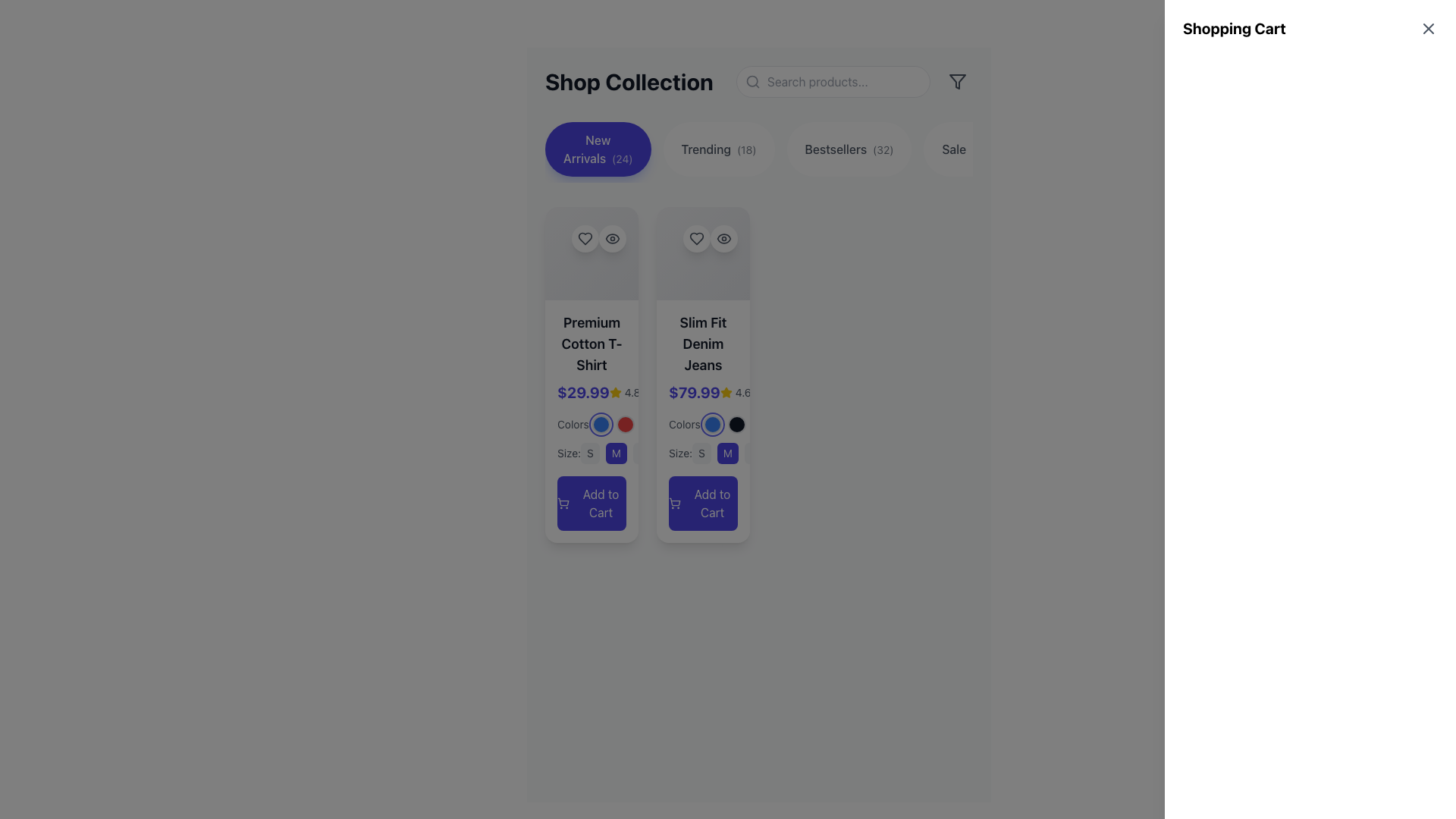 Image resolution: width=1456 pixels, height=819 pixels. I want to click on the text label displaying 'Size:' which is styled in gray color and located before the size options in the product description section of the rightmost product card, so click(568, 452).